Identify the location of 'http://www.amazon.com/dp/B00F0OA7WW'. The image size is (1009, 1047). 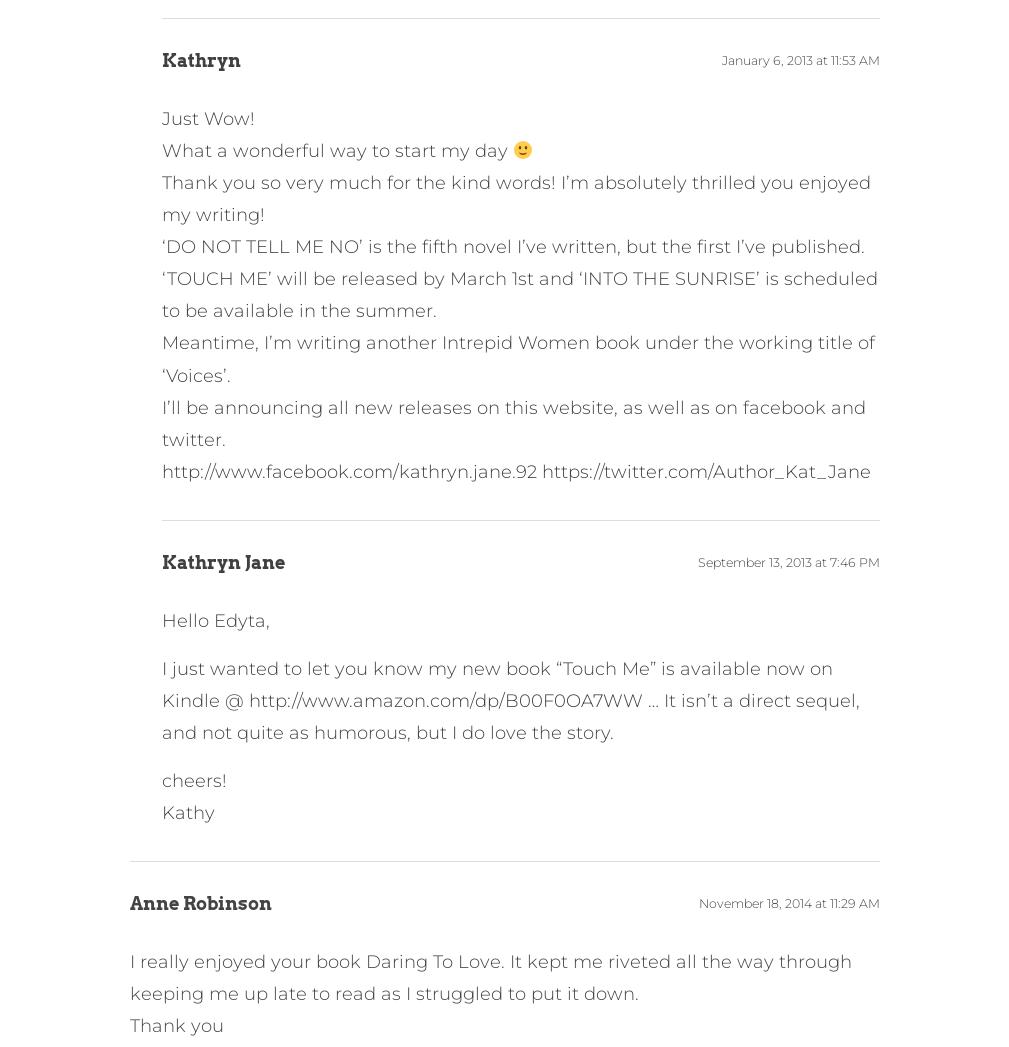
(443, 699).